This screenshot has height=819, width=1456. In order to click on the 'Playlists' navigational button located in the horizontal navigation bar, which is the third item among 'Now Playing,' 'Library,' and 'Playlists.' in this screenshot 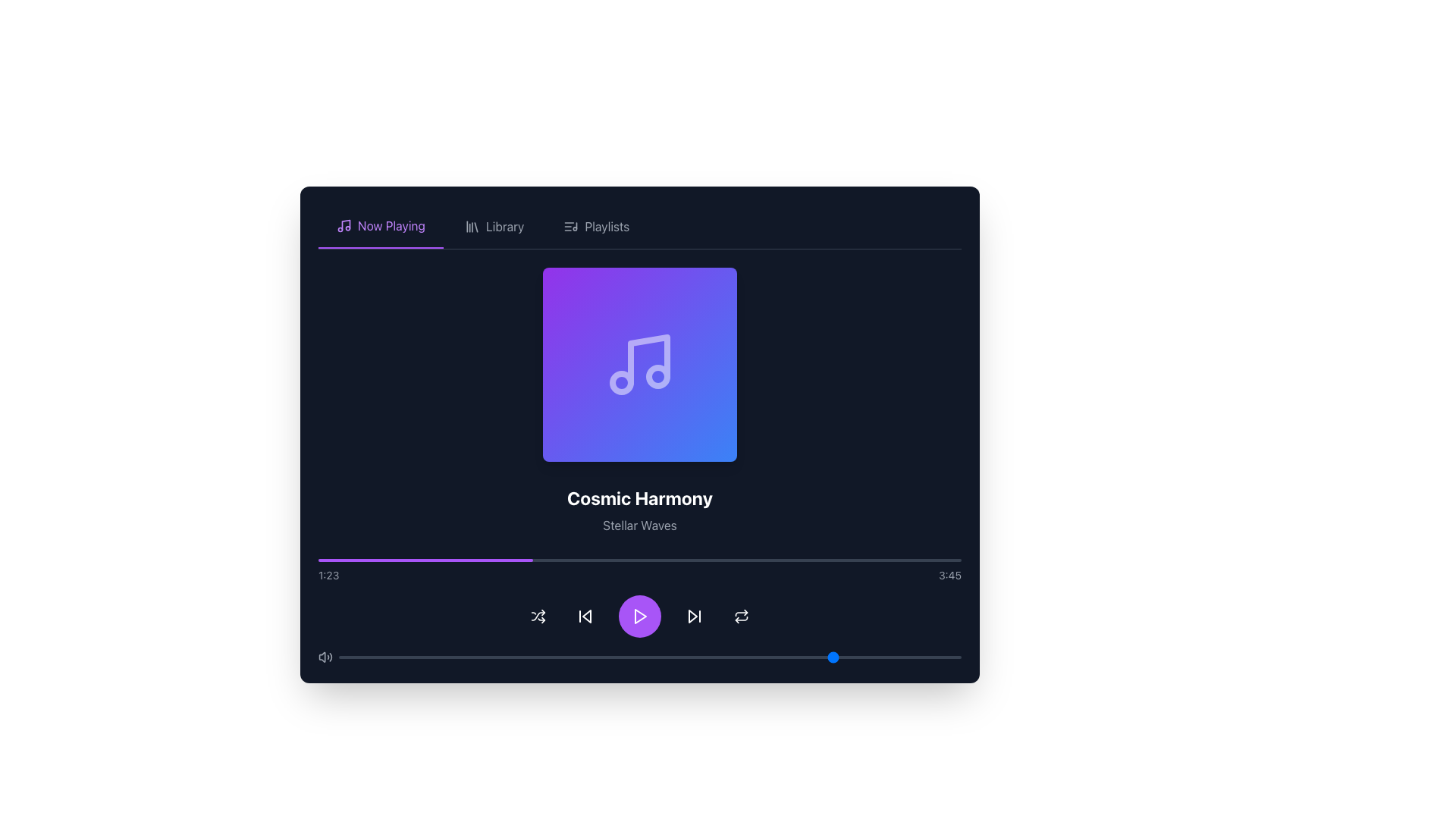, I will do `click(595, 227)`.